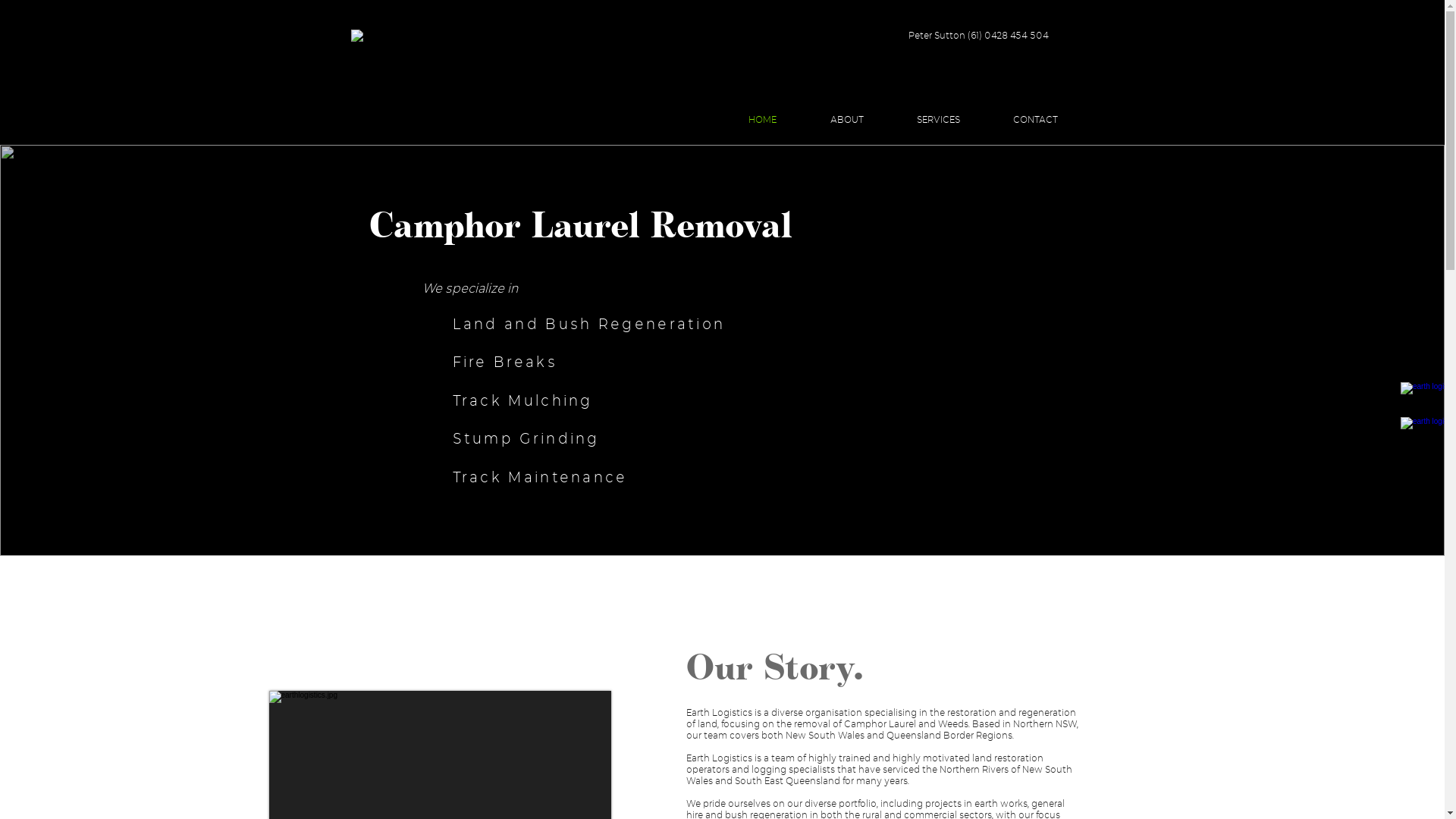  I want to click on 'Peter Sutton (61) 0428 454 504', so click(978, 34).